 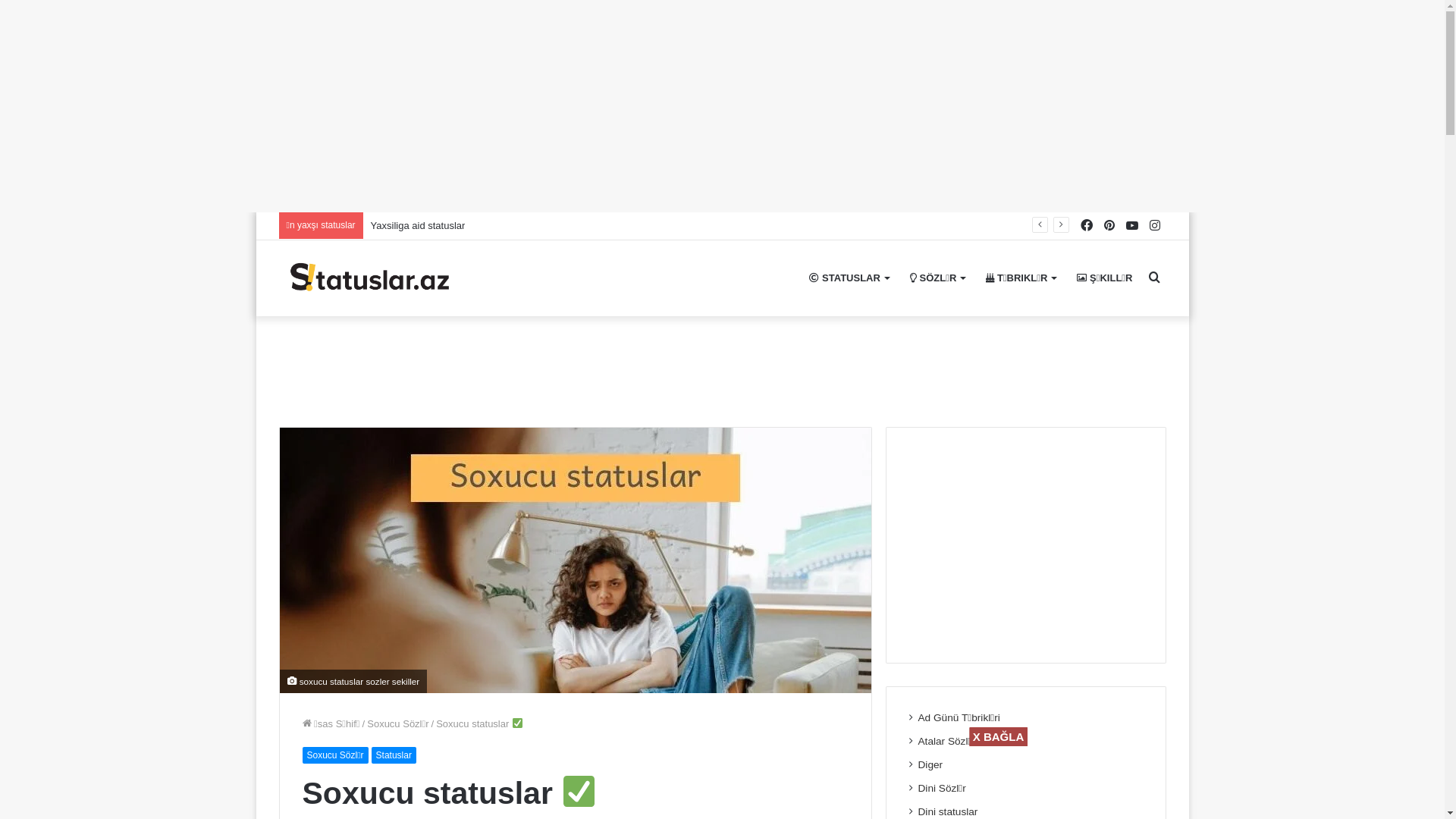 I want to click on 'Facebook', so click(x=1086, y=225).